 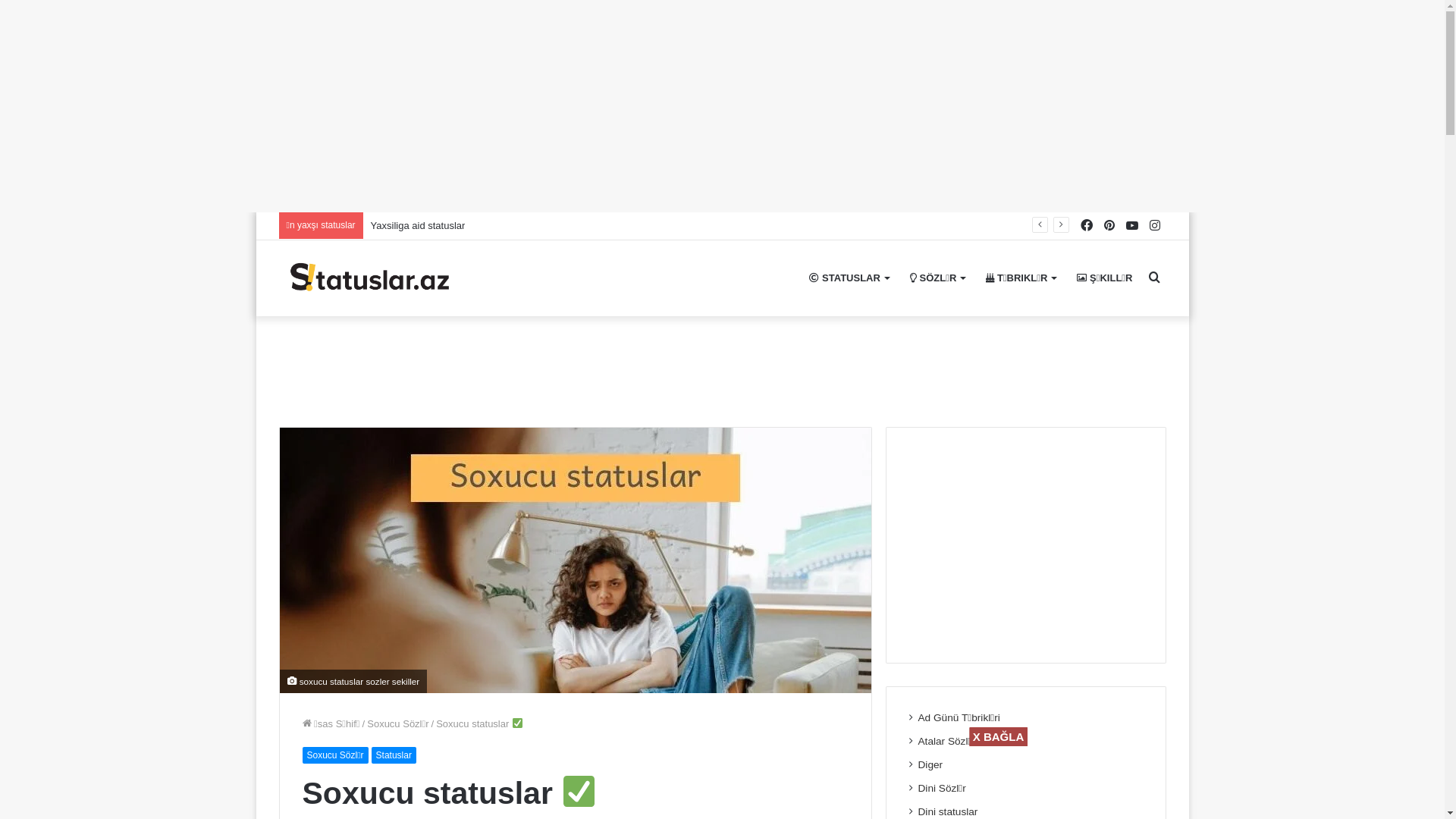 I want to click on 'Facebook', so click(x=1086, y=225).